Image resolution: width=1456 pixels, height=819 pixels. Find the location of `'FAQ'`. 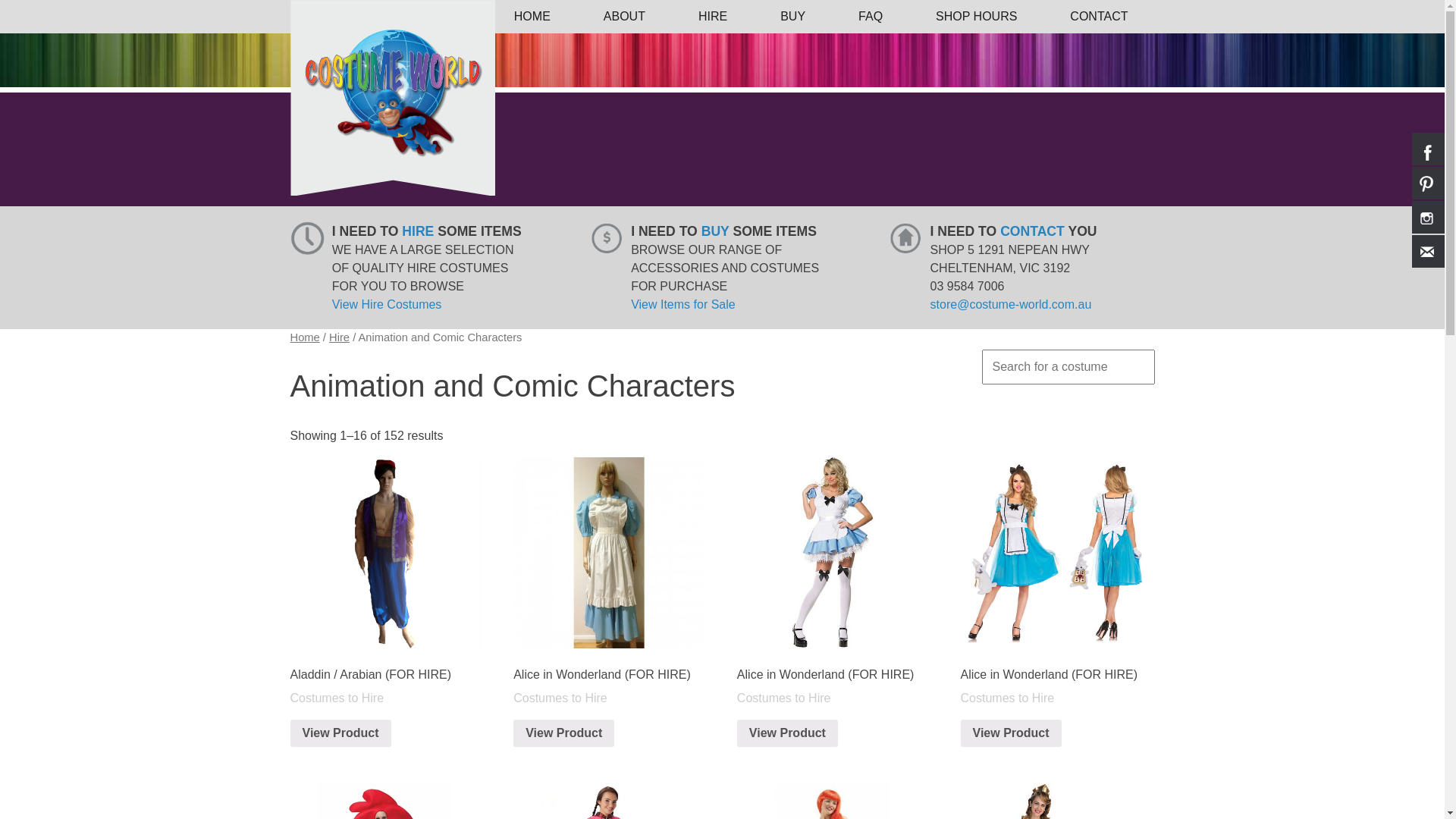

'FAQ' is located at coordinates (870, 17).